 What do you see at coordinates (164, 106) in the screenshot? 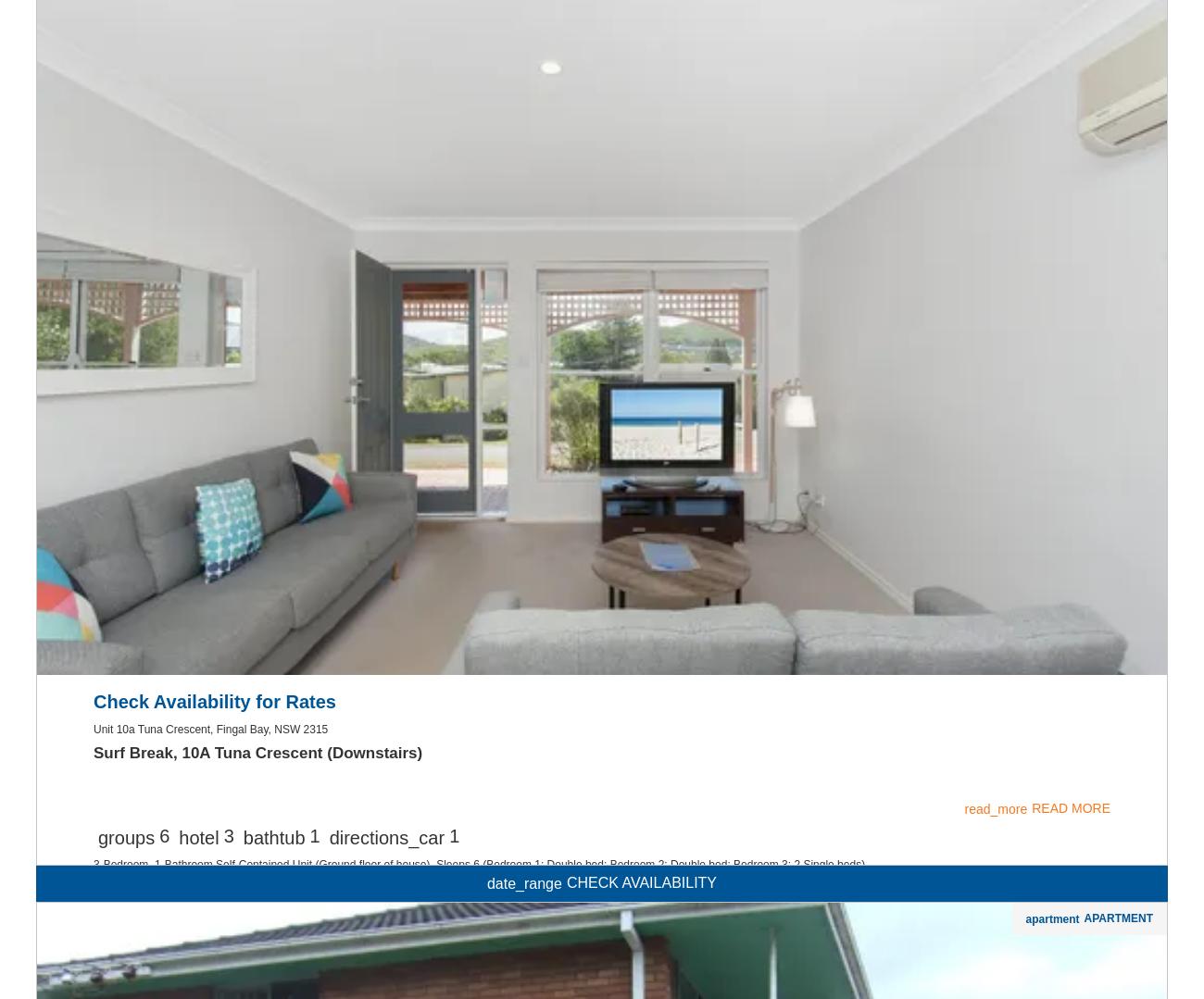
I see `'5'` at bounding box center [164, 106].